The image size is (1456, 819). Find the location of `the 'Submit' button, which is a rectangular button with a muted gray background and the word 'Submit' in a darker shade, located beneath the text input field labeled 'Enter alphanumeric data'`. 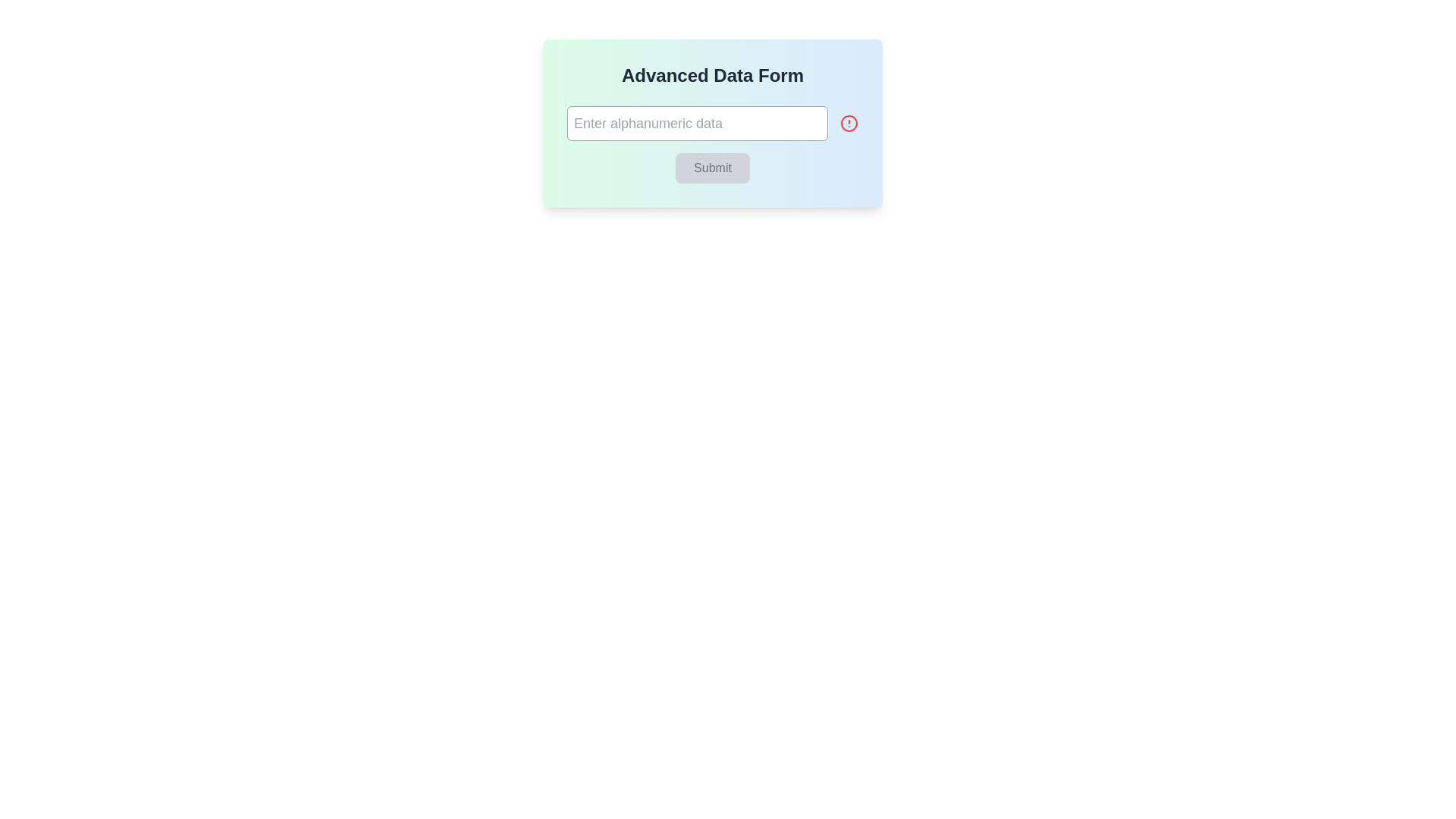

the 'Submit' button, which is a rectangular button with a muted gray background and the word 'Submit' in a darker shade, located beneath the text input field labeled 'Enter alphanumeric data' is located at coordinates (712, 168).